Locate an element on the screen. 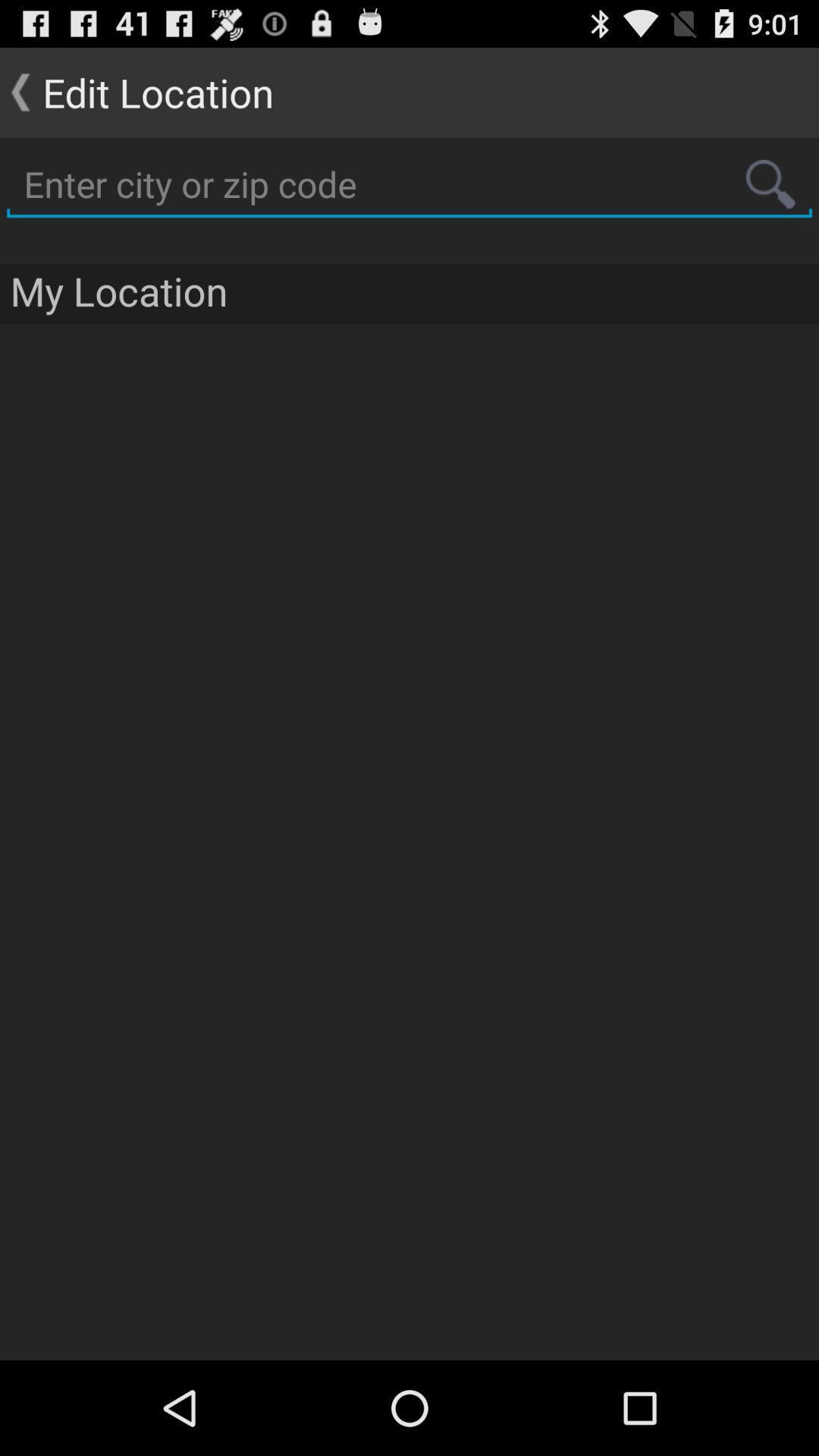  information box is located at coordinates (409, 184).